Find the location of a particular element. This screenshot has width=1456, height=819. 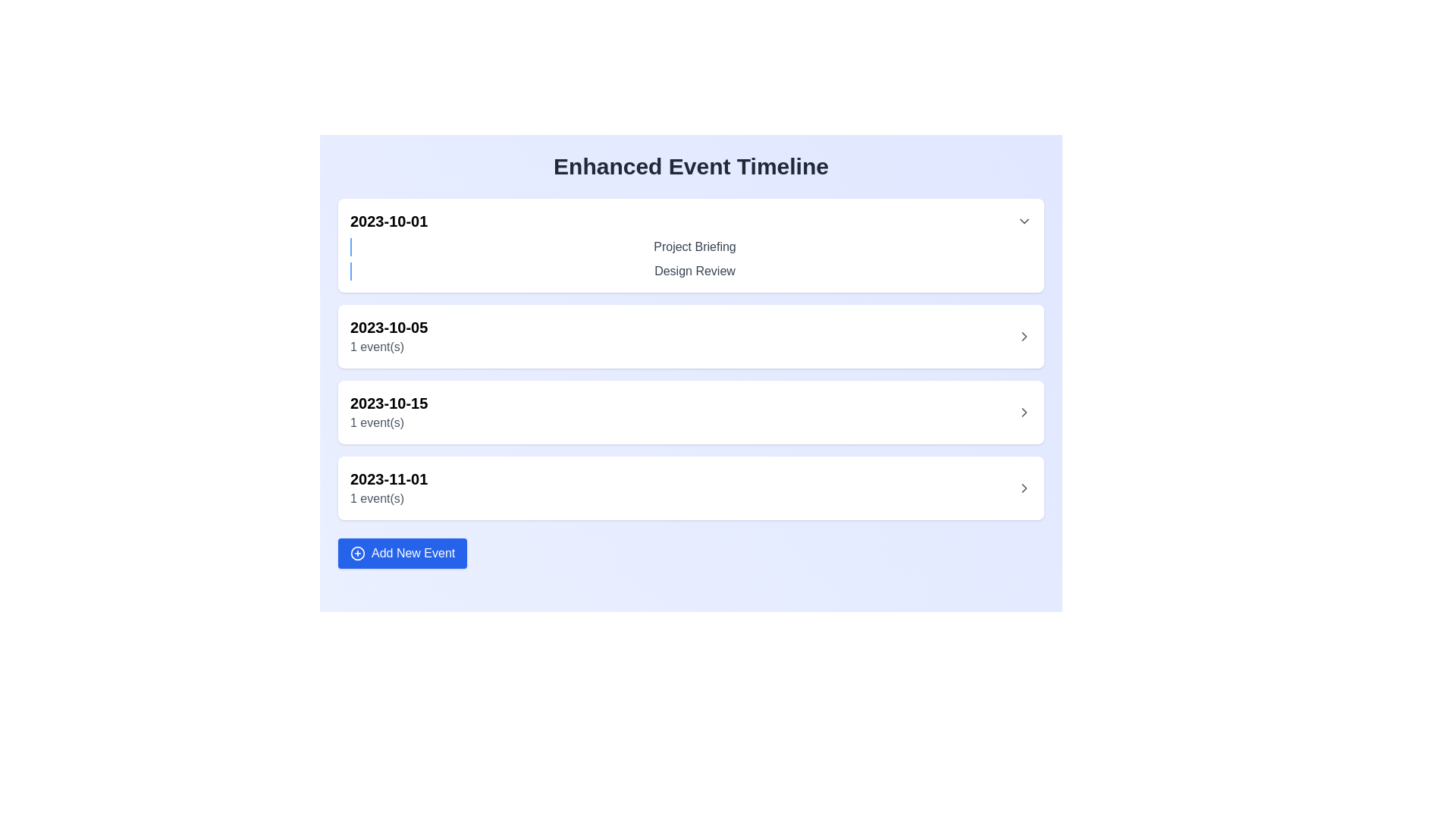

the small rightward-pointing chevron icon is located at coordinates (1024, 335).